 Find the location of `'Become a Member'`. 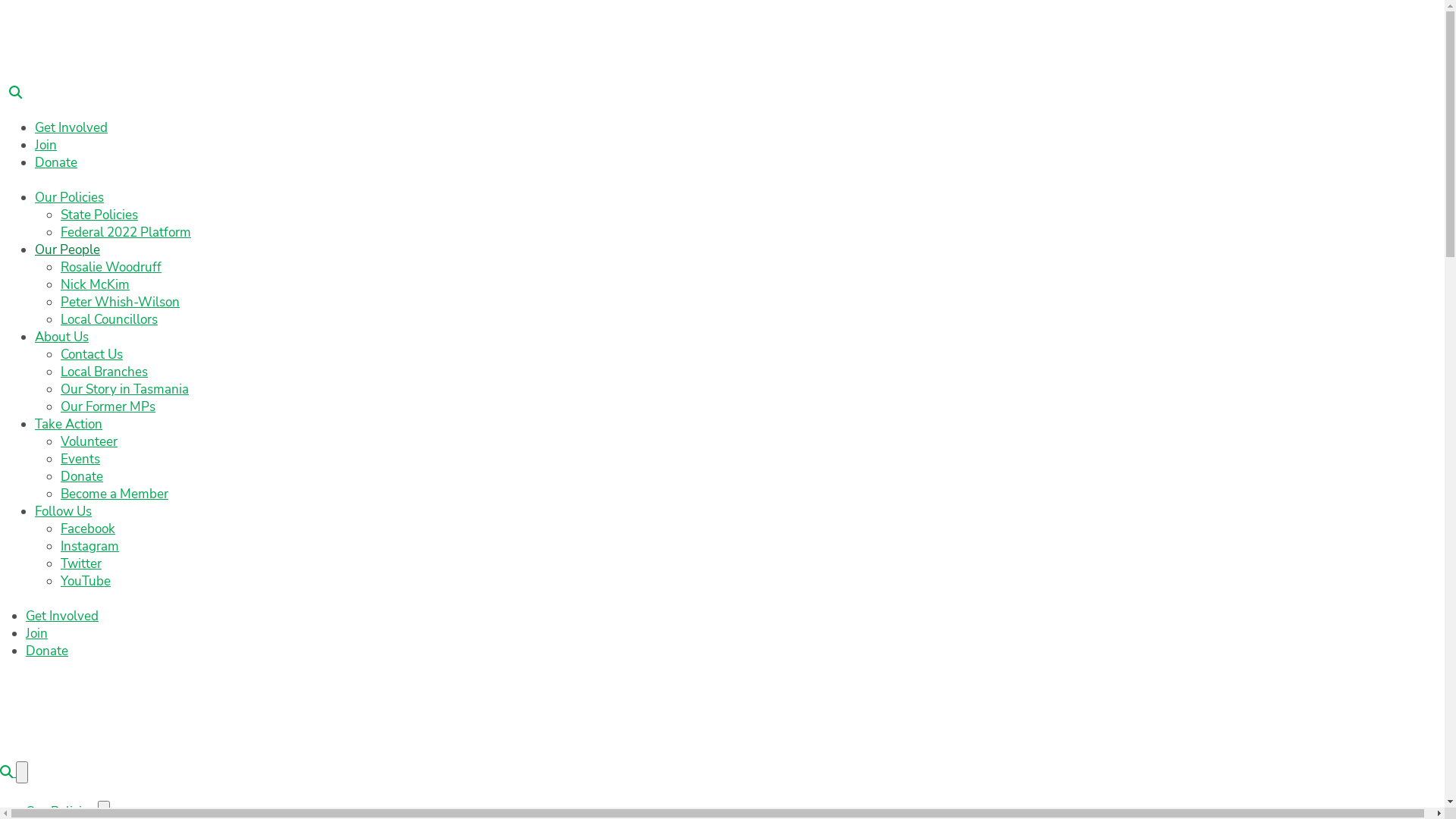

'Become a Member' is located at coordinates (113, 494).